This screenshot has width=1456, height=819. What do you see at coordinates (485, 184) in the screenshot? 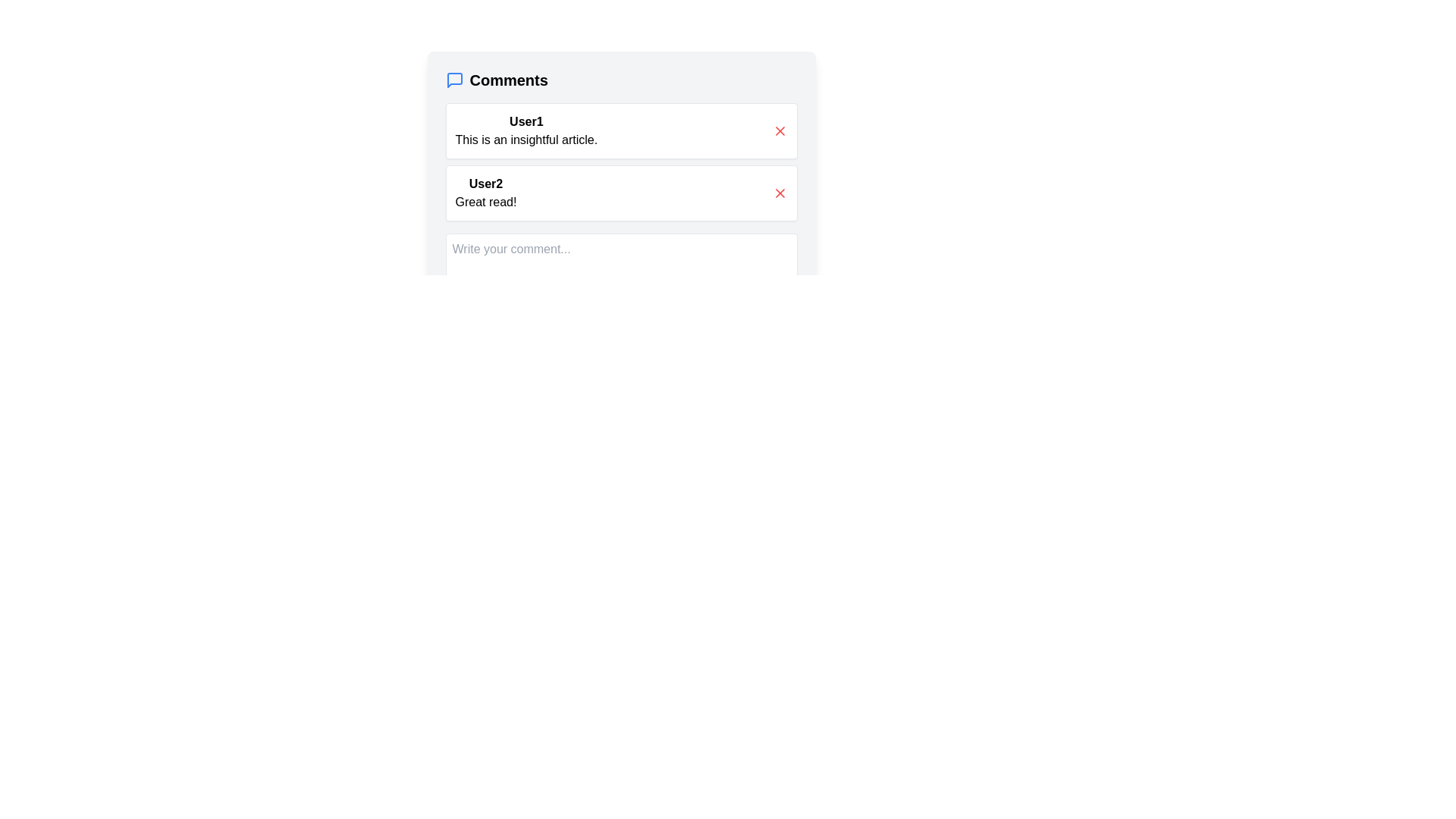
I see `the static text element that indicates the author of the comment, which is located above the comment text 'Great read!' and below the text input field` at bounding box center [485, 184].